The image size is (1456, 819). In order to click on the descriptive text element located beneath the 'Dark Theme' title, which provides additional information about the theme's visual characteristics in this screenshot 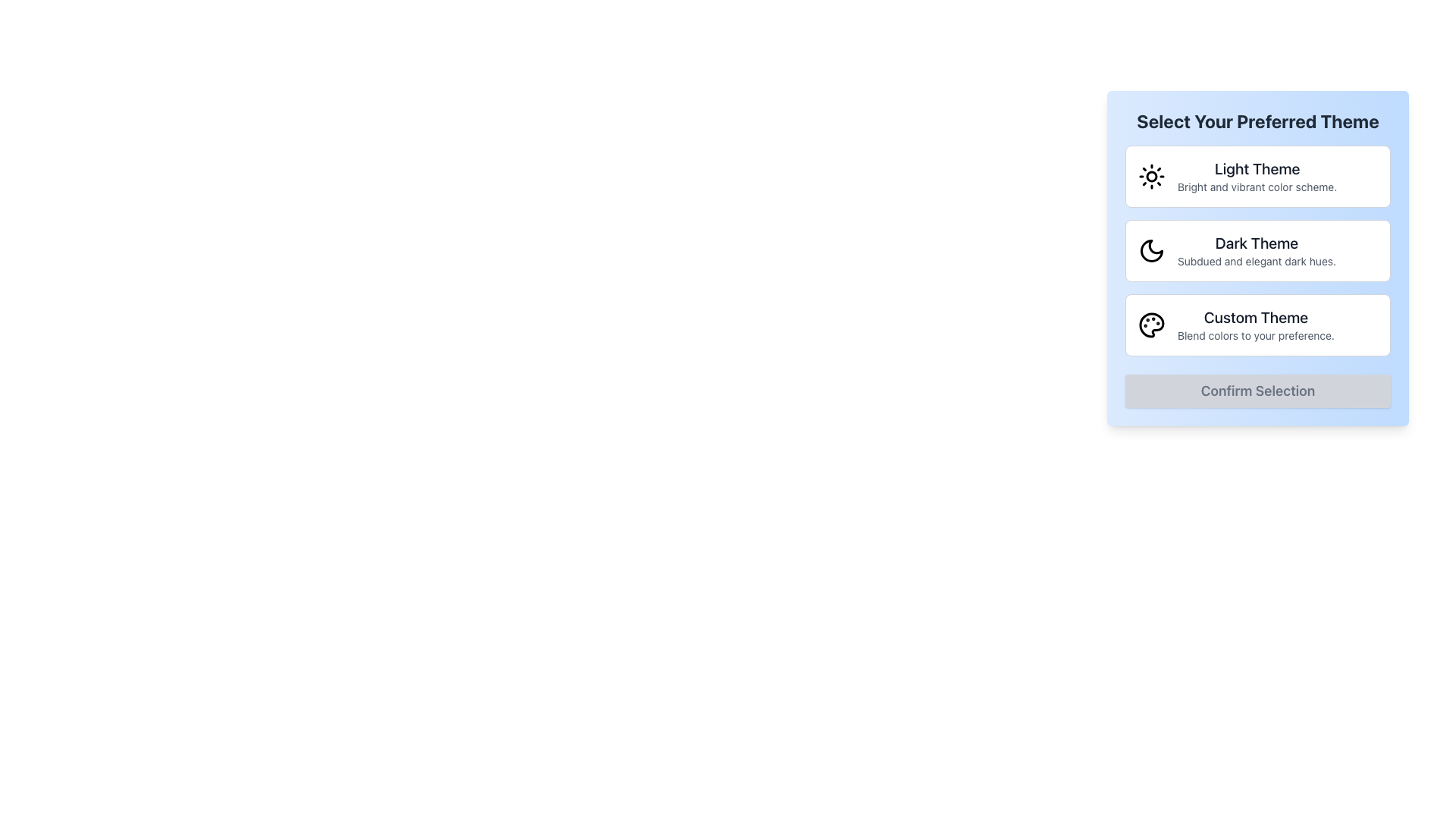, I will do `click(1257, 260)`.